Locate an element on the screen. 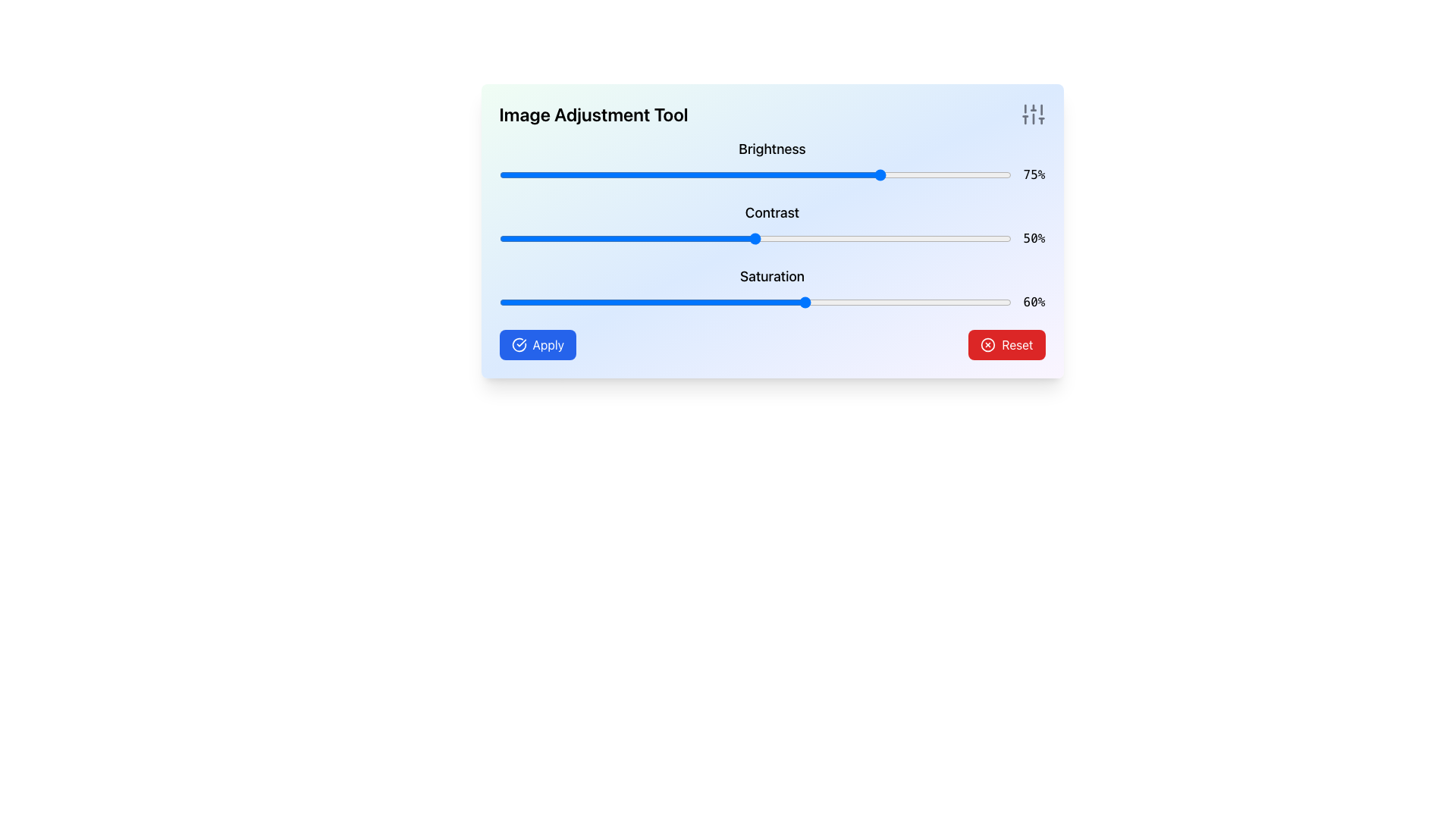  the brightness is located at coordinates (545, 174).